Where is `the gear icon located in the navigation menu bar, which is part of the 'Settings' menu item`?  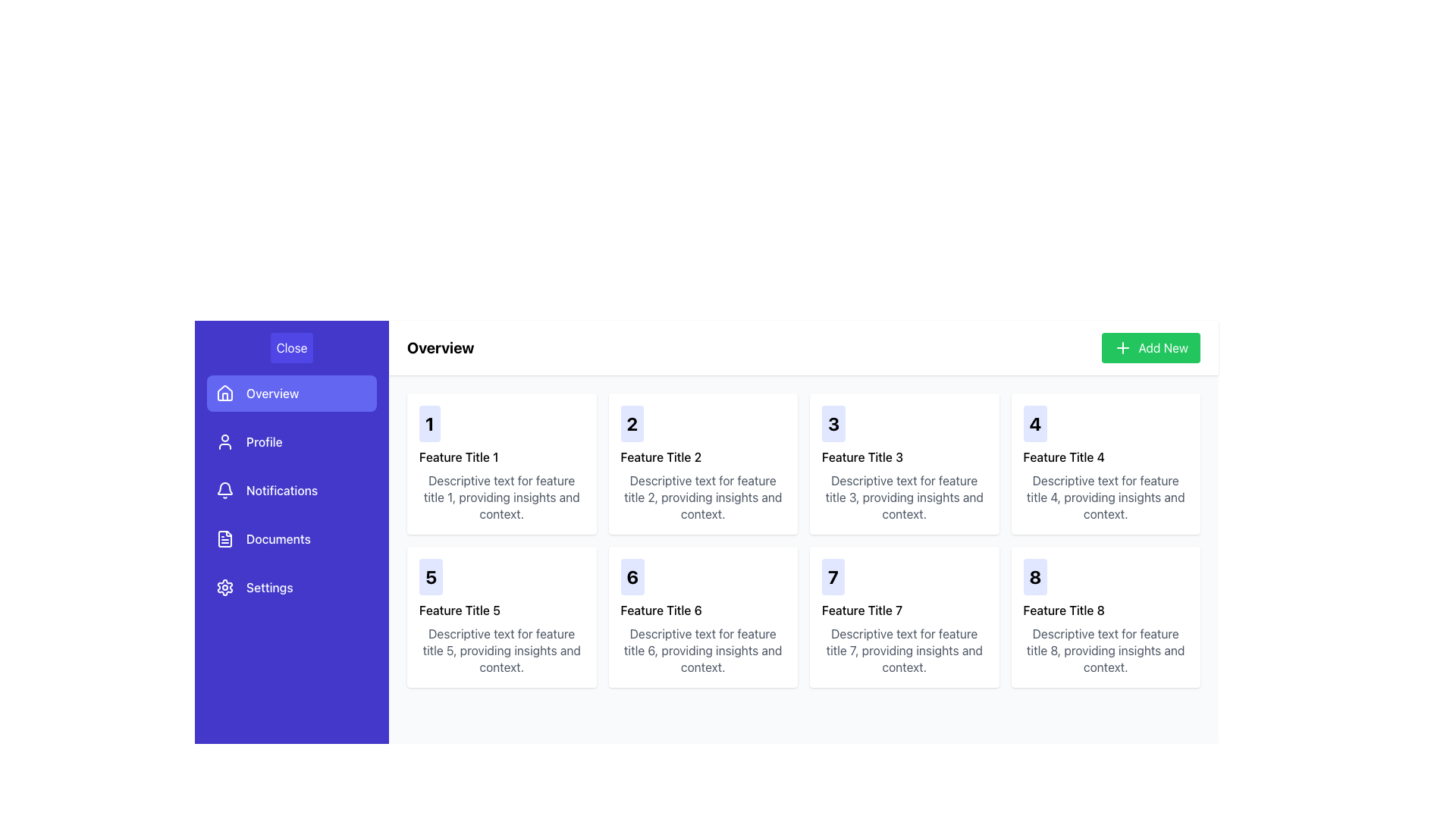 the gear icon located in the navigation menu bar, which is part of the 'Settings' menu item is located at coordinates (224, 587).